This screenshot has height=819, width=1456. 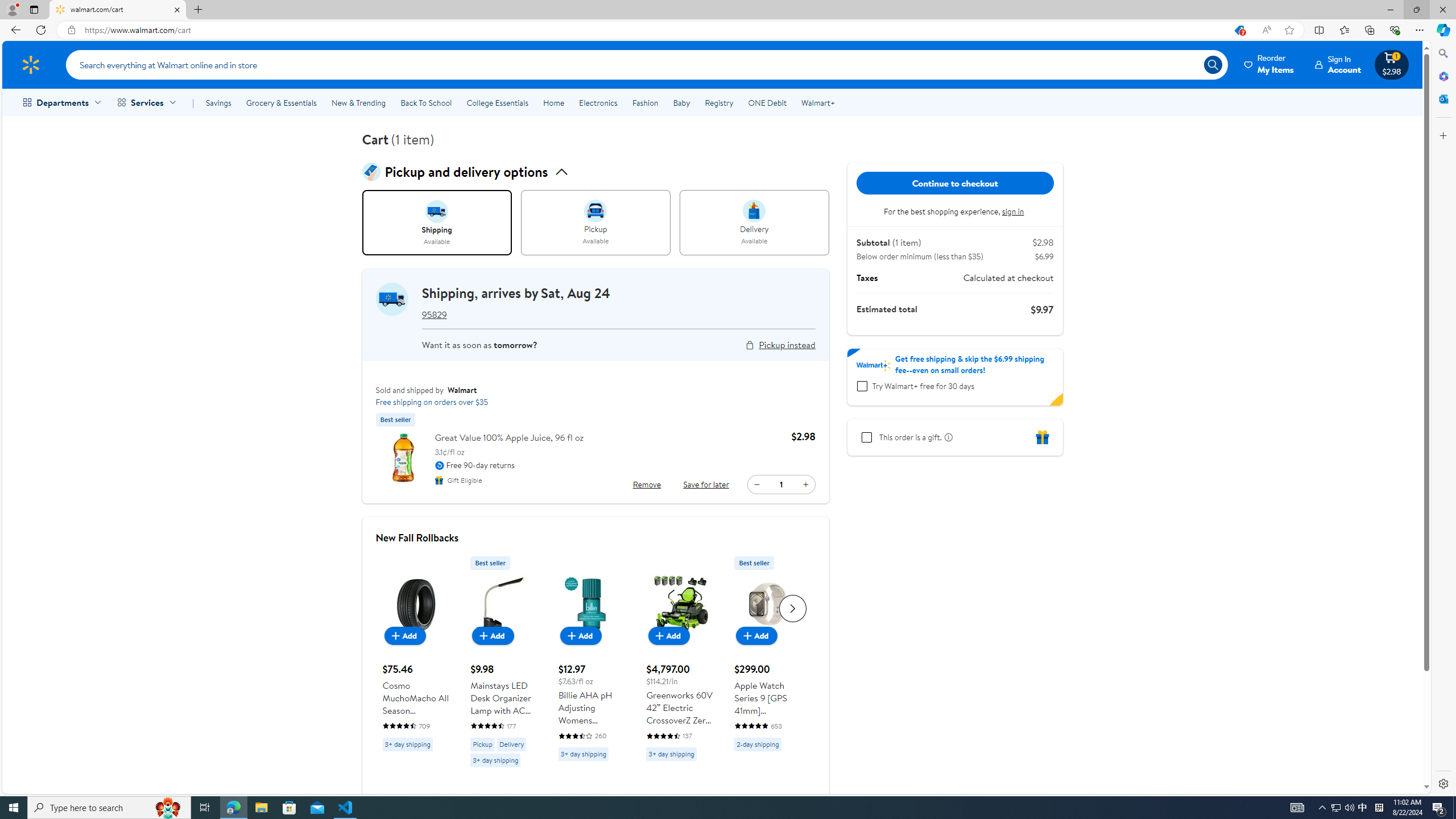 What do you see at coordinates (718, 102) in the screenshot?
I see `'Registry'` at bounding box center [718, 102].